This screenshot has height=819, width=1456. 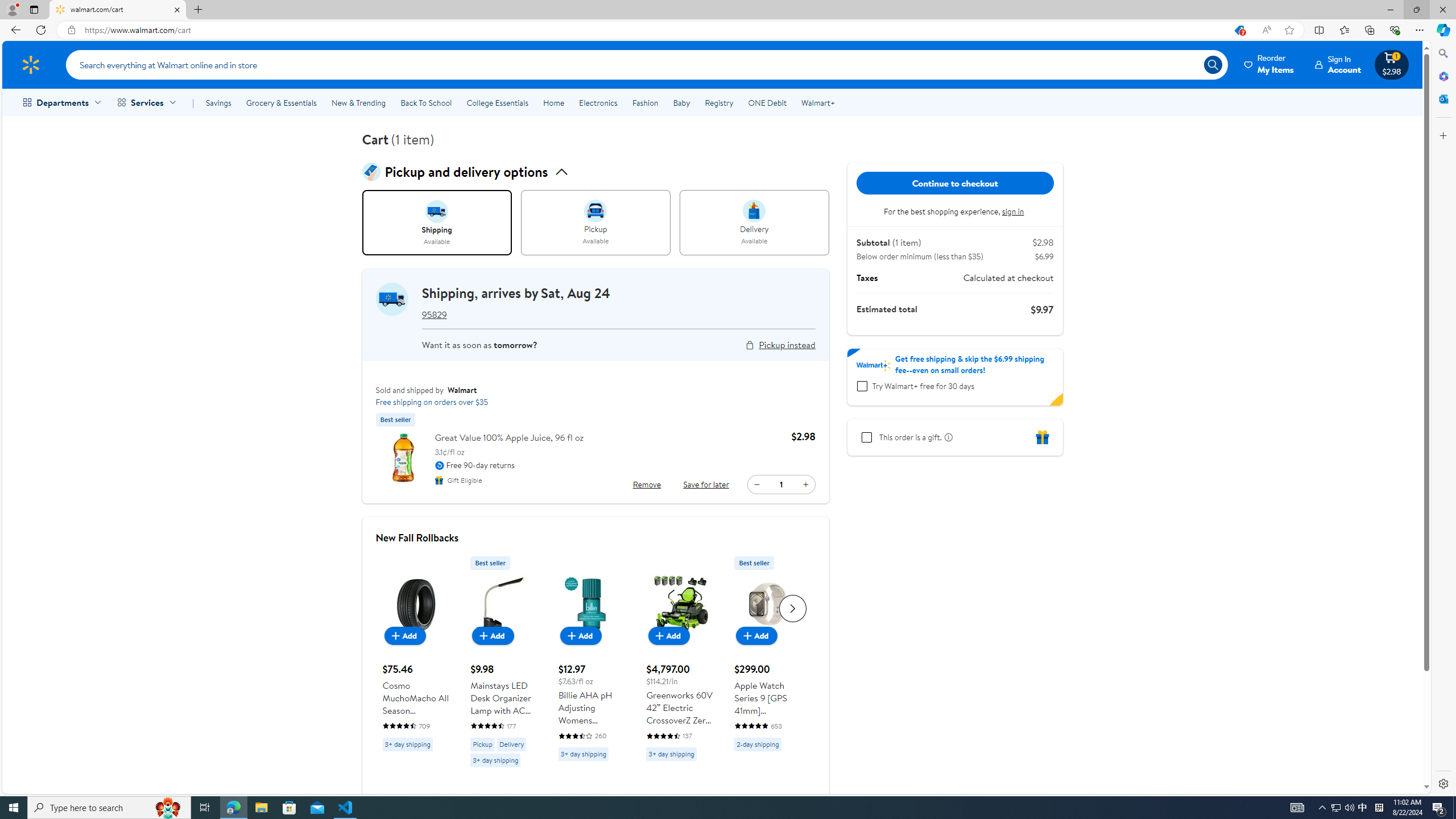 What do you see at coordinates (718, 102) in the screenshot?
I see `'Registry'` at bounding box center [718, 102].